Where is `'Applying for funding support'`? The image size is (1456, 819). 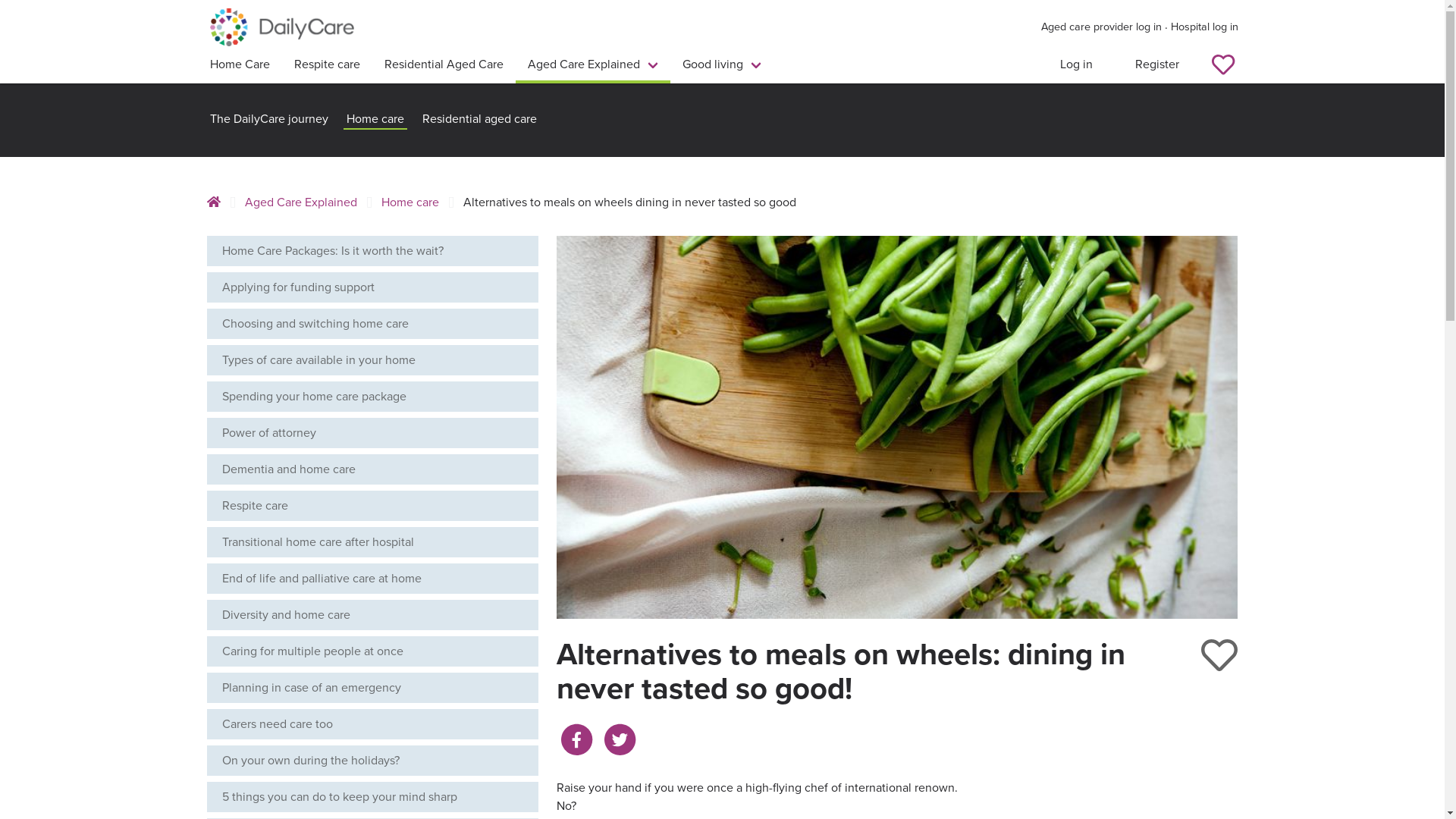 'Applying for funding support' is located at coordinates (372, 287).